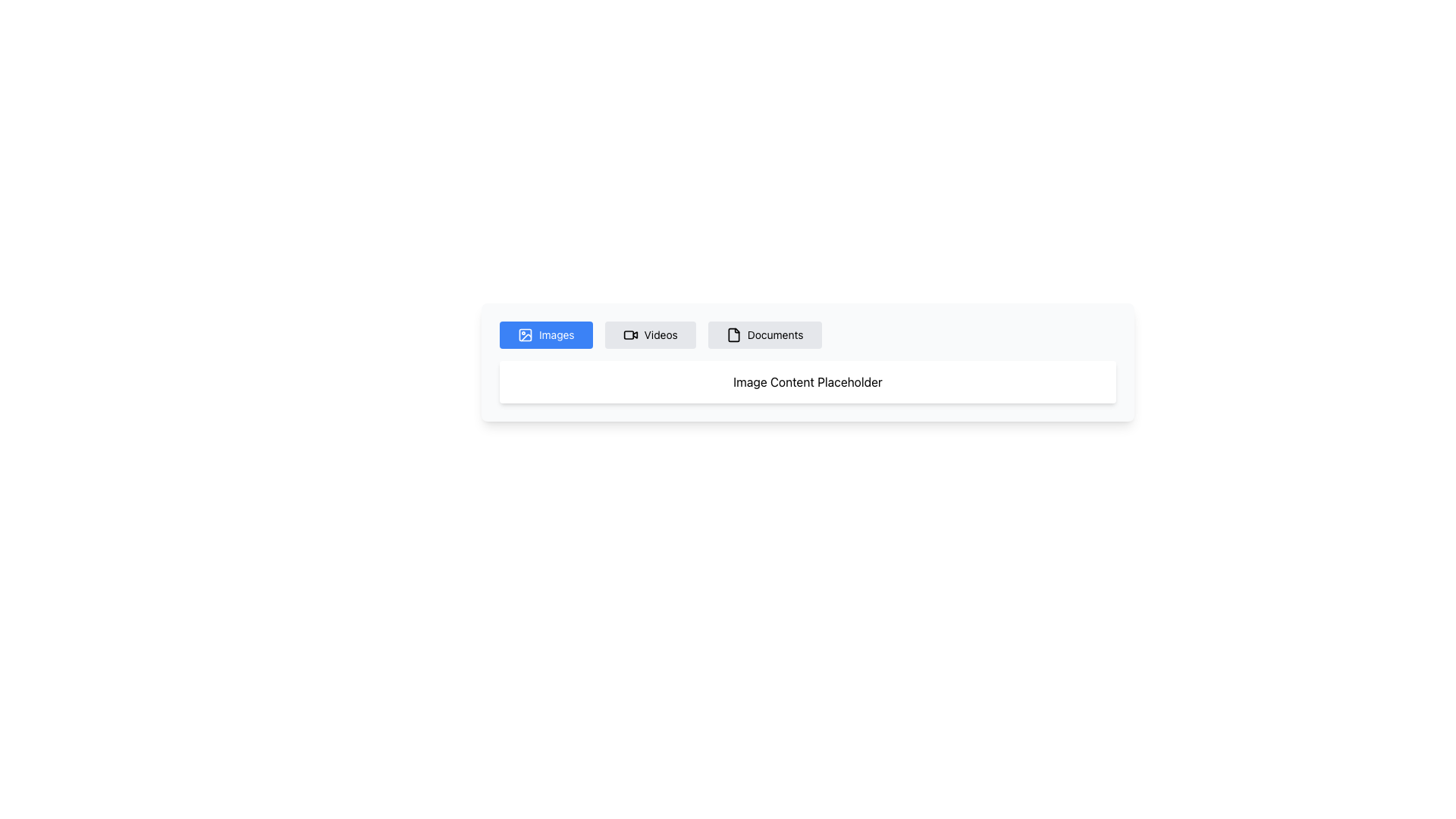  Describe the element at coordinates (775, 334) in the screenshot. I see `the Text Label that serves as an identifier for a clickable document-related option, located to the right of a document icon and aligned horizontally in a tab-like structure` at that location.